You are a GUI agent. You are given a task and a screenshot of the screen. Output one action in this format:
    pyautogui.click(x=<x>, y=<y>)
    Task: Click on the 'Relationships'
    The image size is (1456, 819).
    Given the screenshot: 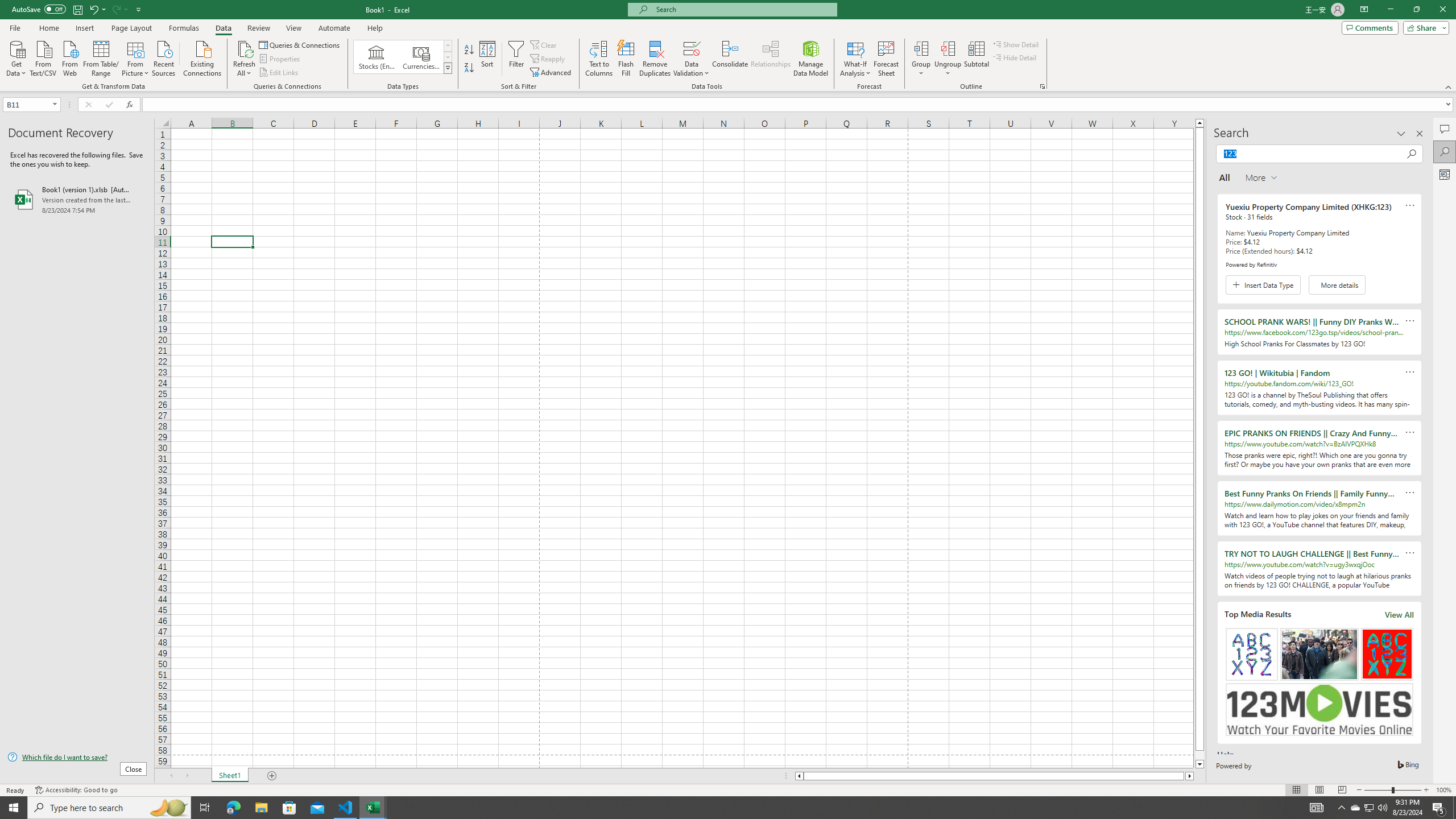 What is the action you would take?
    pyautogui.click(x=770, y=59)
    